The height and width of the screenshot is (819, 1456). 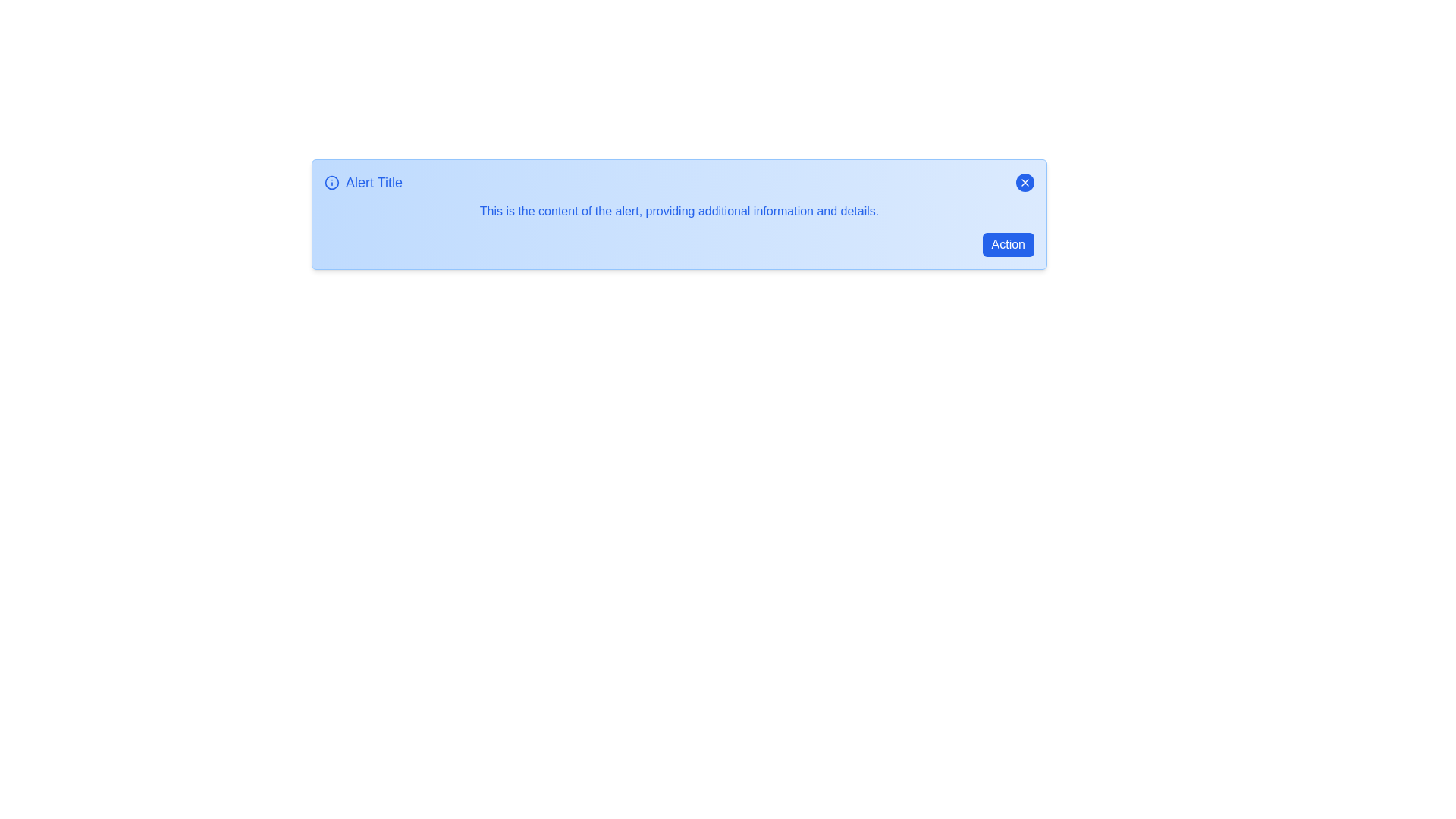 I want to click on 'Action' button to trigger its functionality, so click(x=1008, y=244).